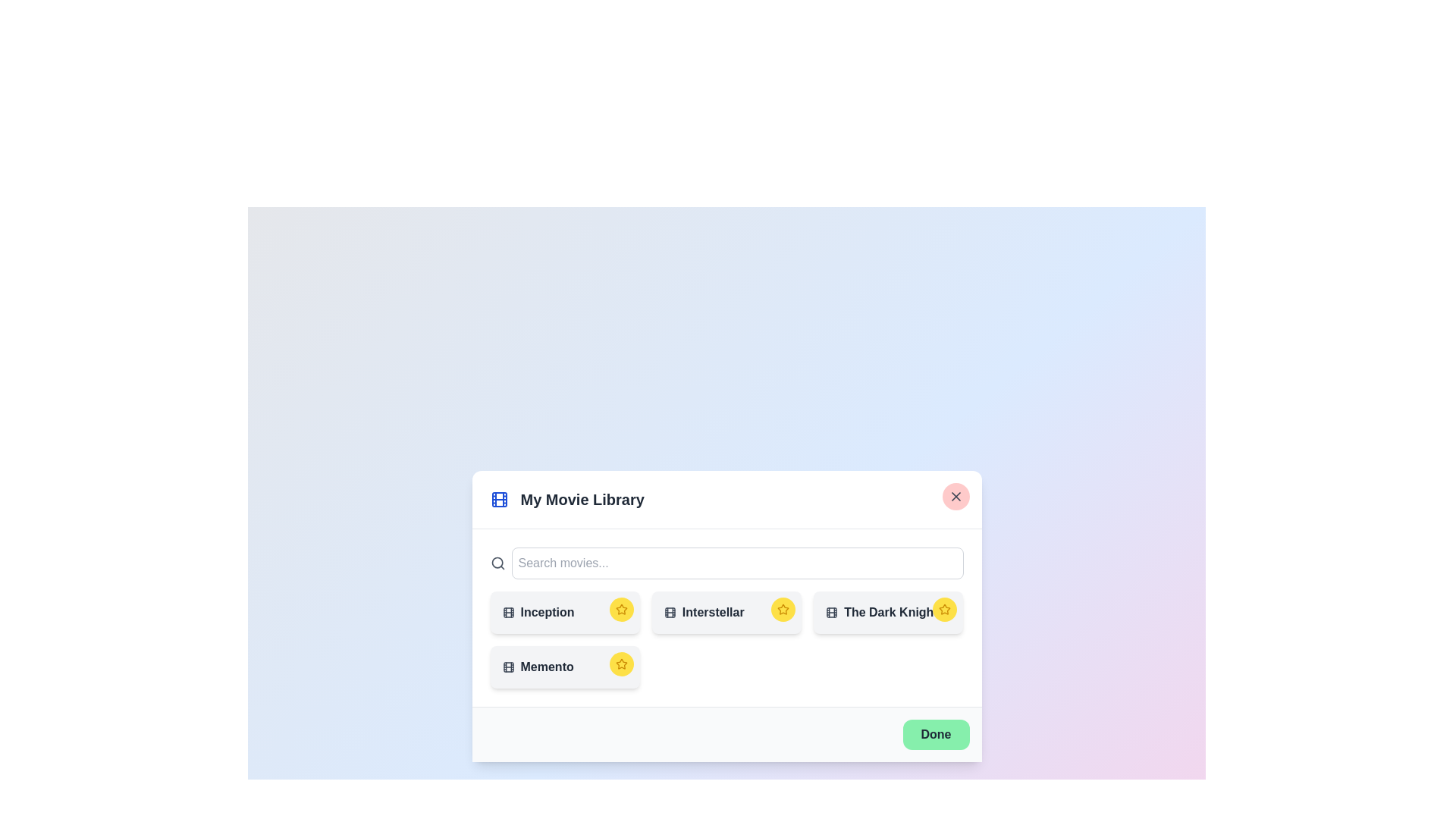  Describe the element at coordinates (783, 608) in the screenshot. I see `the star icon adjacent to the text 'Interstellar'` at that location.